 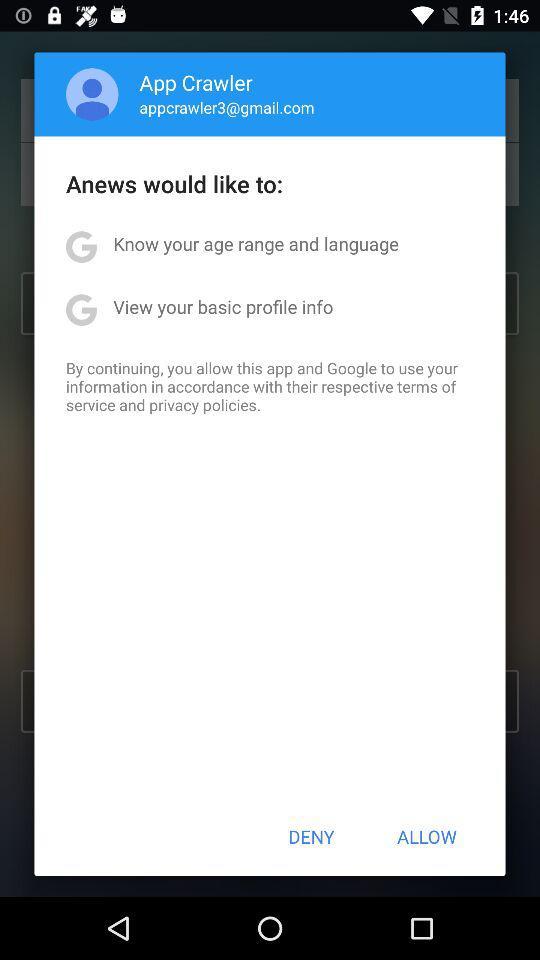 I want to click on the app next to the app crawler, so click(x=91, y=94).